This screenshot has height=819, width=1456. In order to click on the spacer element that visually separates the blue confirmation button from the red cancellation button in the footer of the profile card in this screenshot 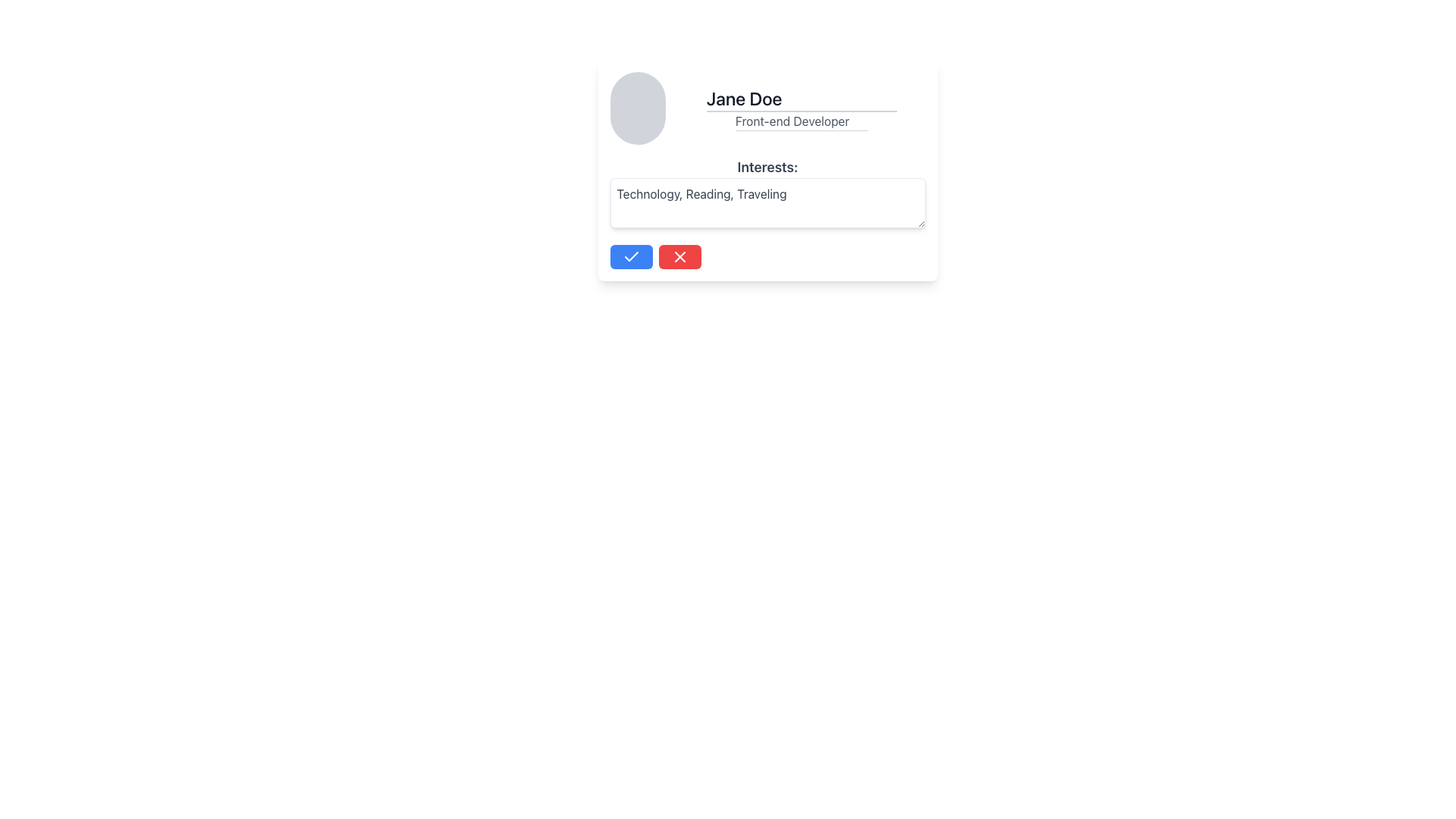, I will do `click(767, 256)`.